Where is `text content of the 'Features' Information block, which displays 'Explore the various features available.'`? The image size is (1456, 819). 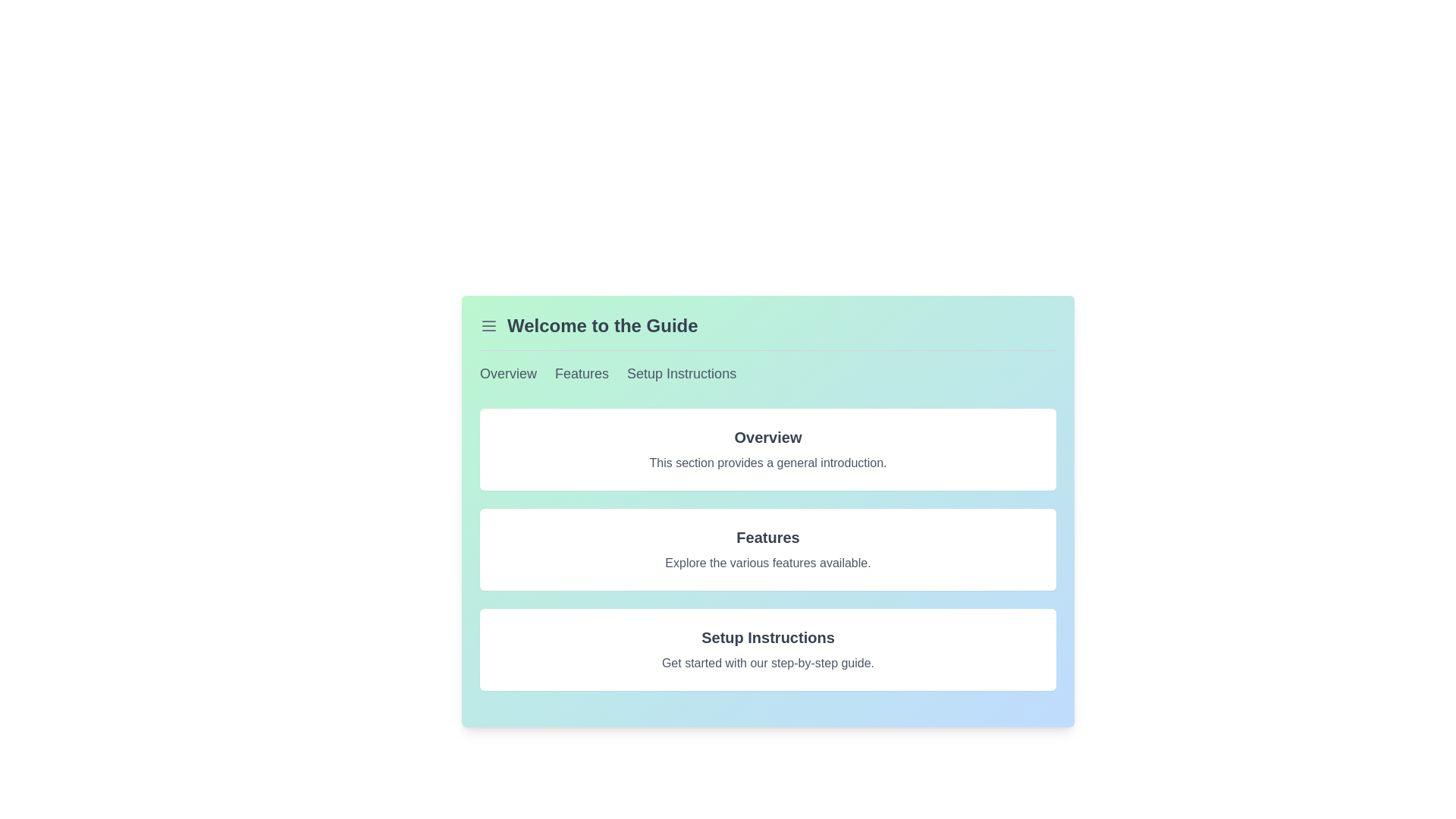
text content of the 'Features' Information block, which displays 'Explore the various features available.' is located at coordinates (767, 550).